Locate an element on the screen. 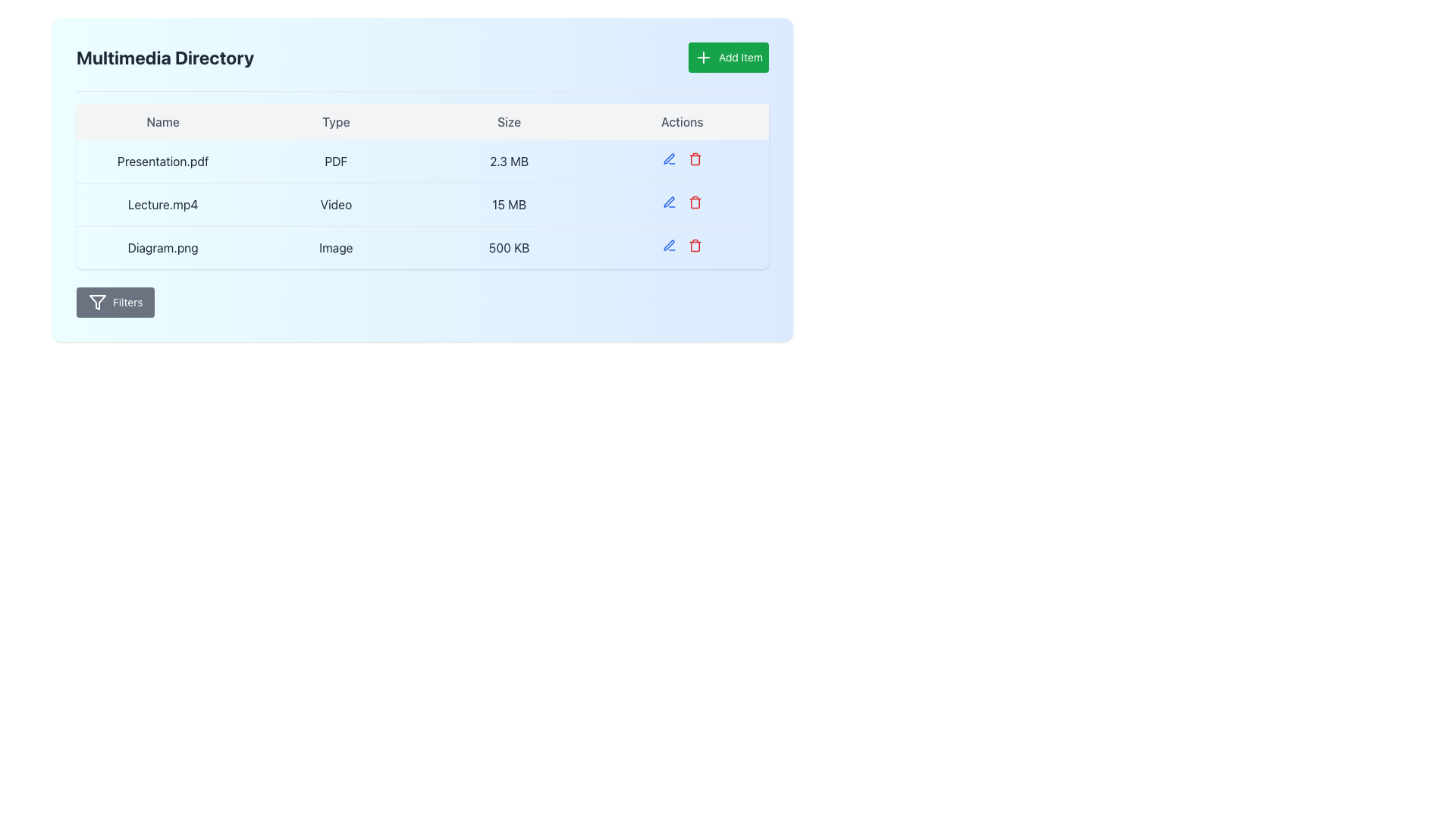 This screenshot has width=1456, height=819. the bottom-most row in the multimedia directory table representing the file named 'Diagram.png' is located at coordinates (422, 246).